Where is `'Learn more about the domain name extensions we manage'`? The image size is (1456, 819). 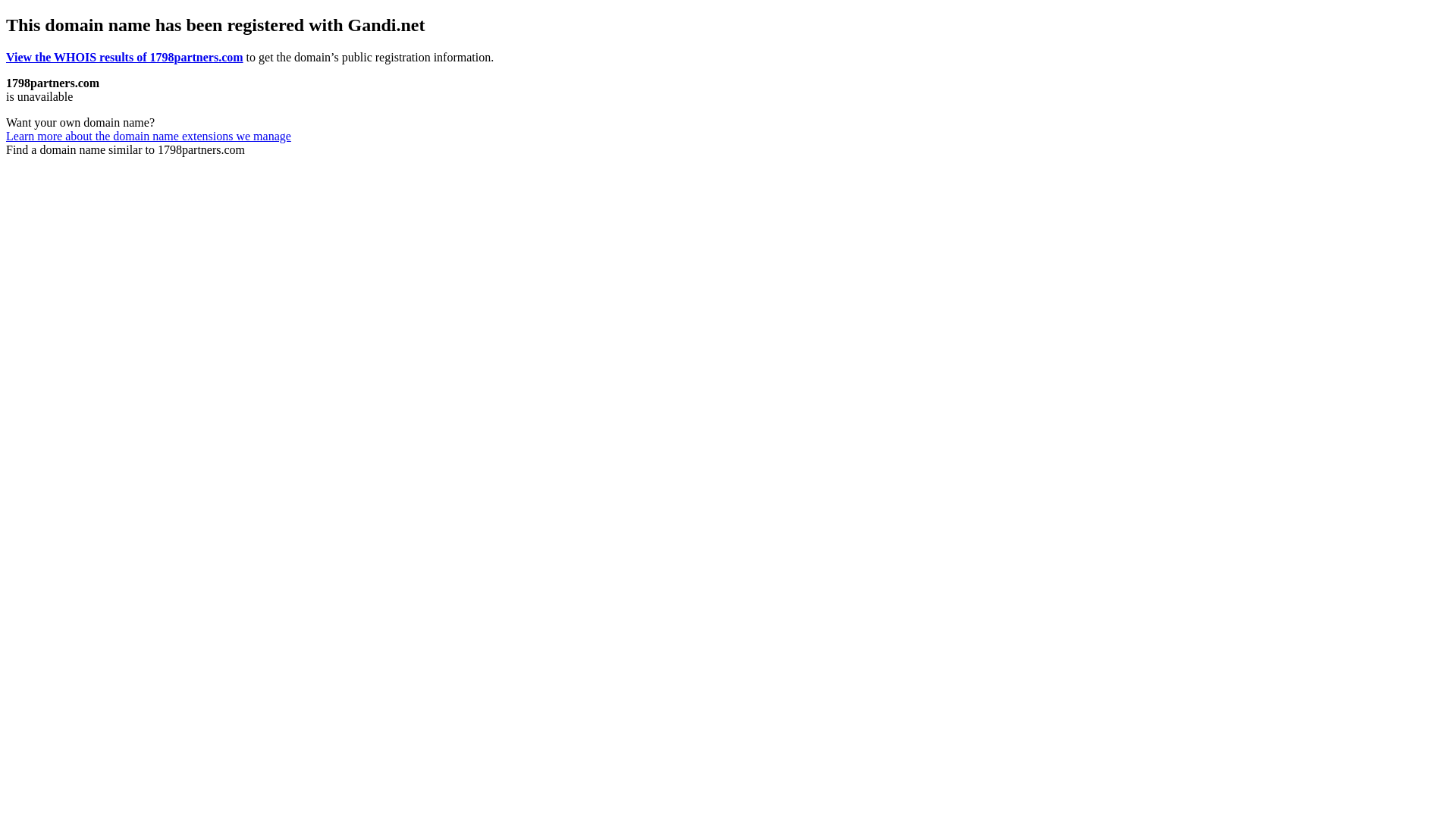
'Learn more about the domain name extensions we manage' is located at coordinates (149, 135).